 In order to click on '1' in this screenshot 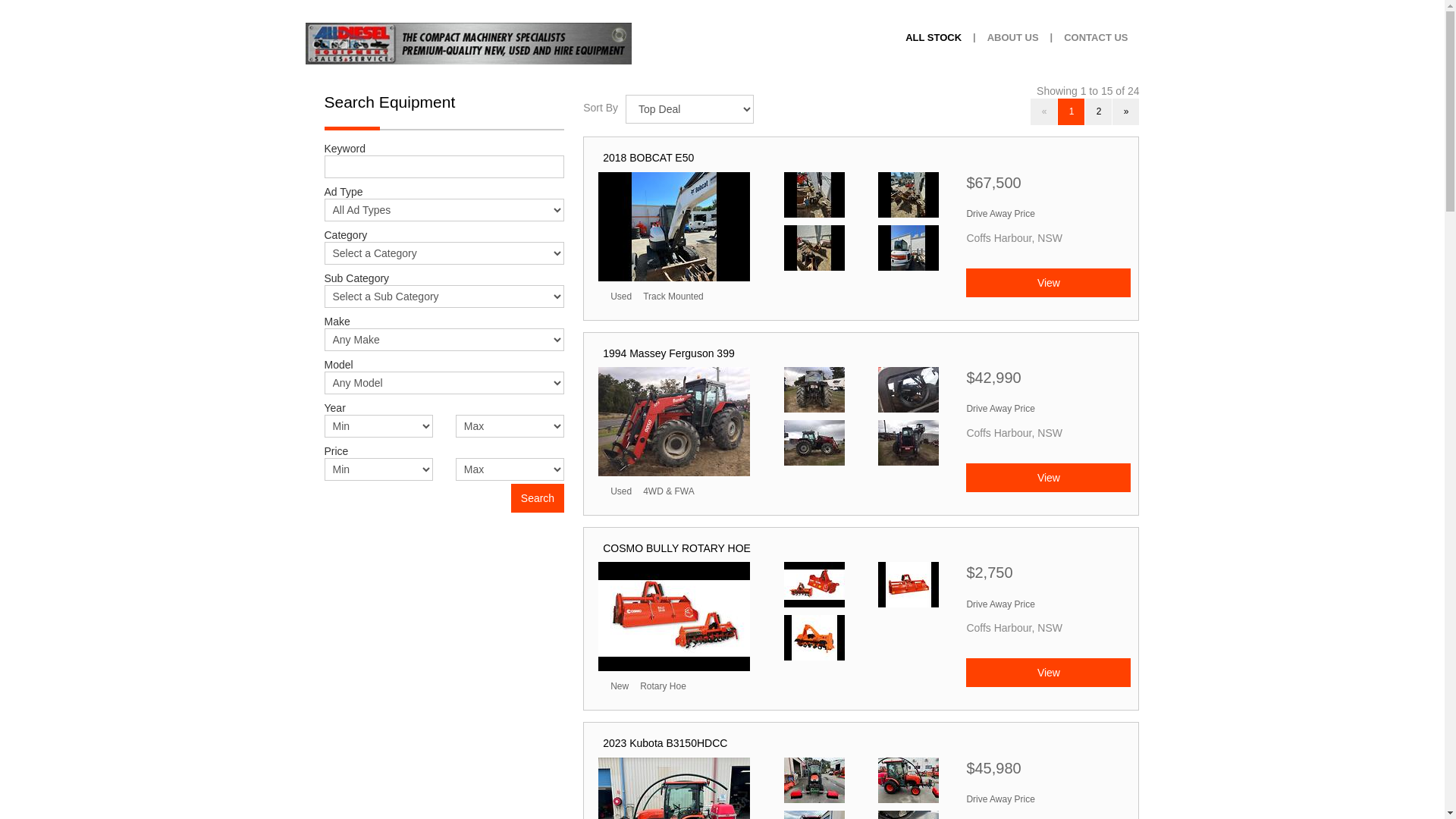, I will do `click(1057, 111)`.